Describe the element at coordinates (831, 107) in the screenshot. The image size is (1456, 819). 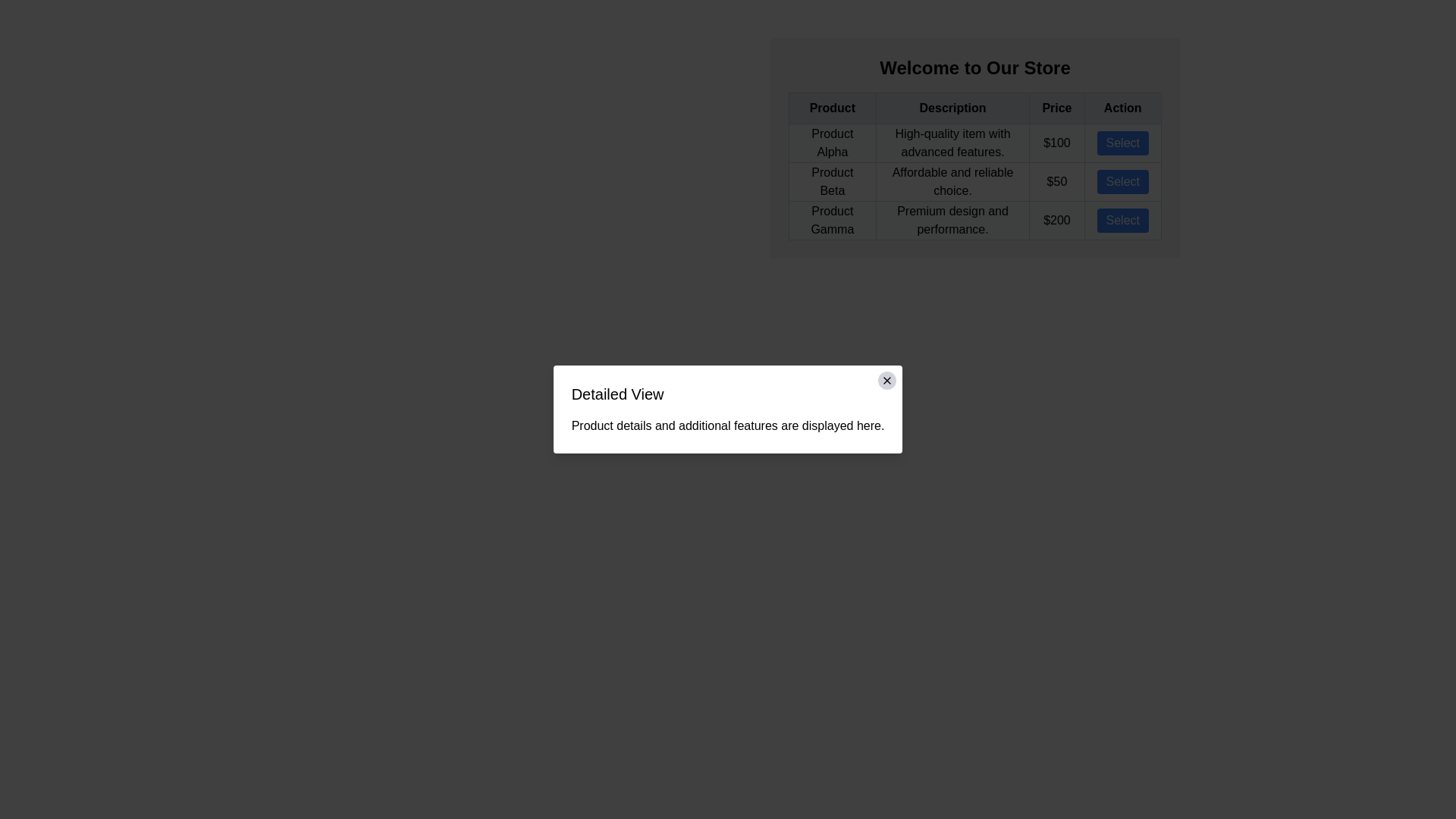
I see `the table header cell that labels the first column containing product names in the table` at that location.